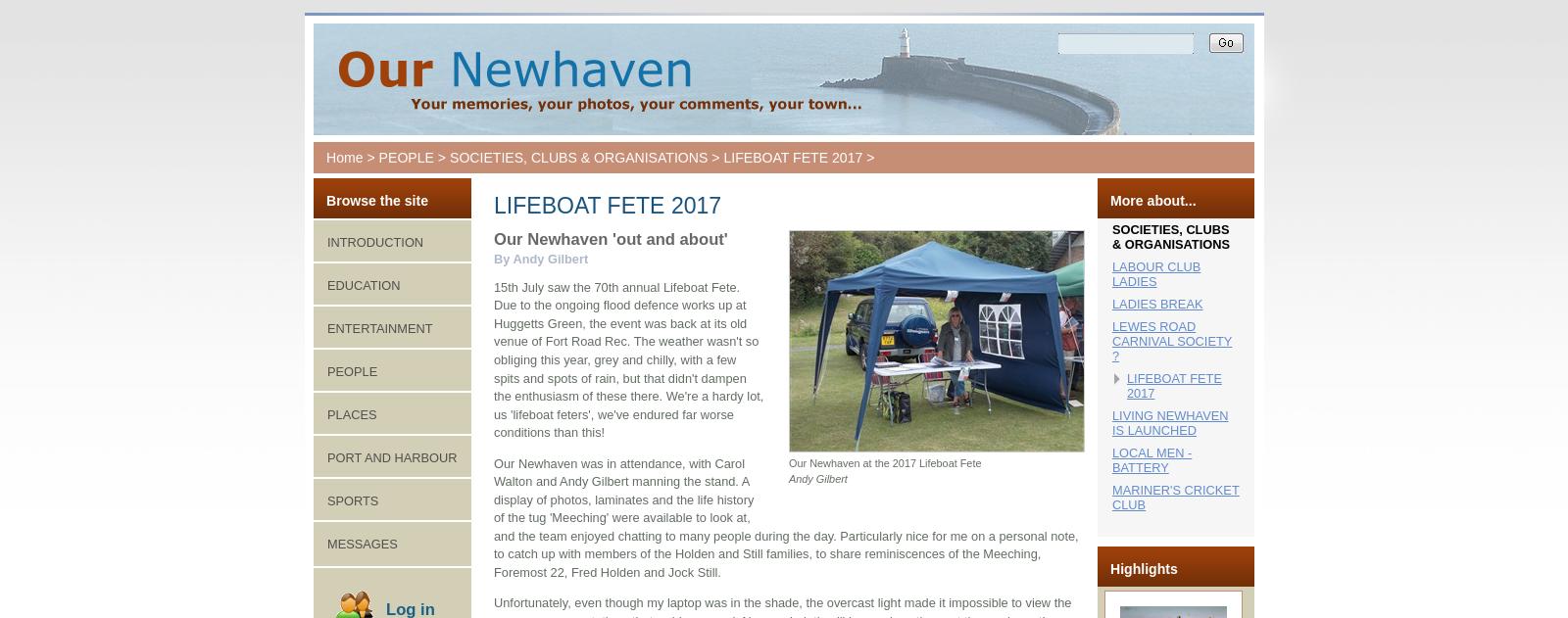  Describe the element at coordinates (1152, 201) in the screenshot. I see `'More about...'` at that location.